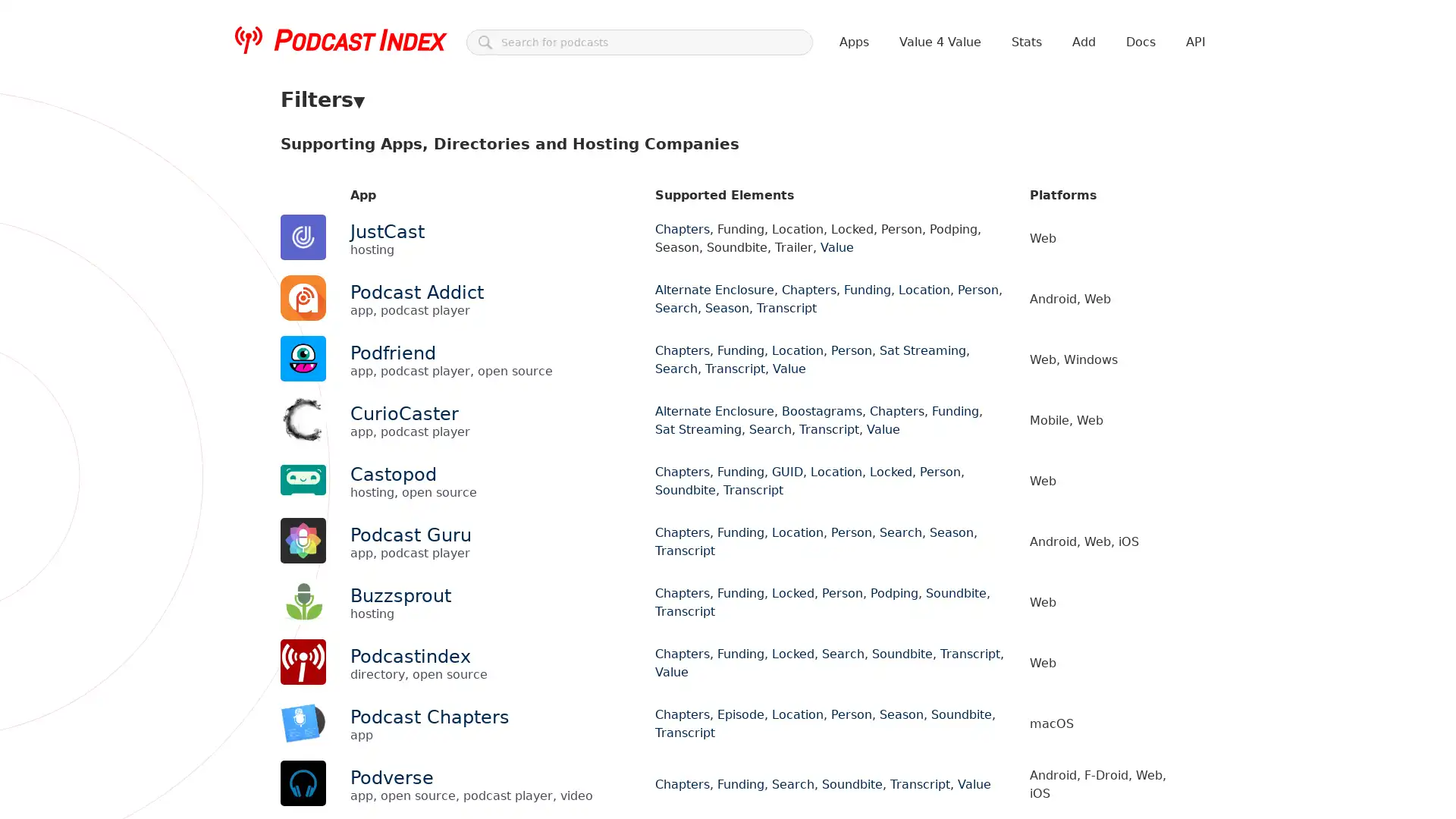 The height and width of the screenshot is (819, 1456). I want to click on Season, so click(358, 258).